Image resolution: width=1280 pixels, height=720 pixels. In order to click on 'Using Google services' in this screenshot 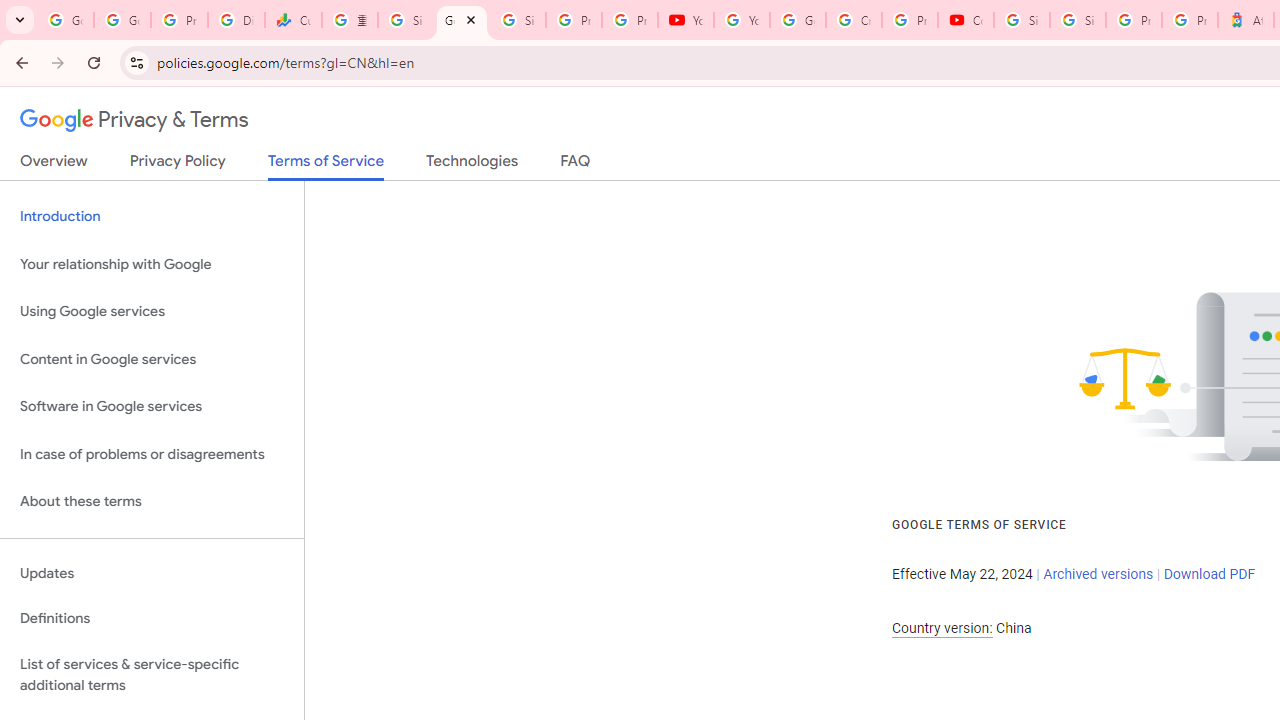, I will do `click(151, 312)`.